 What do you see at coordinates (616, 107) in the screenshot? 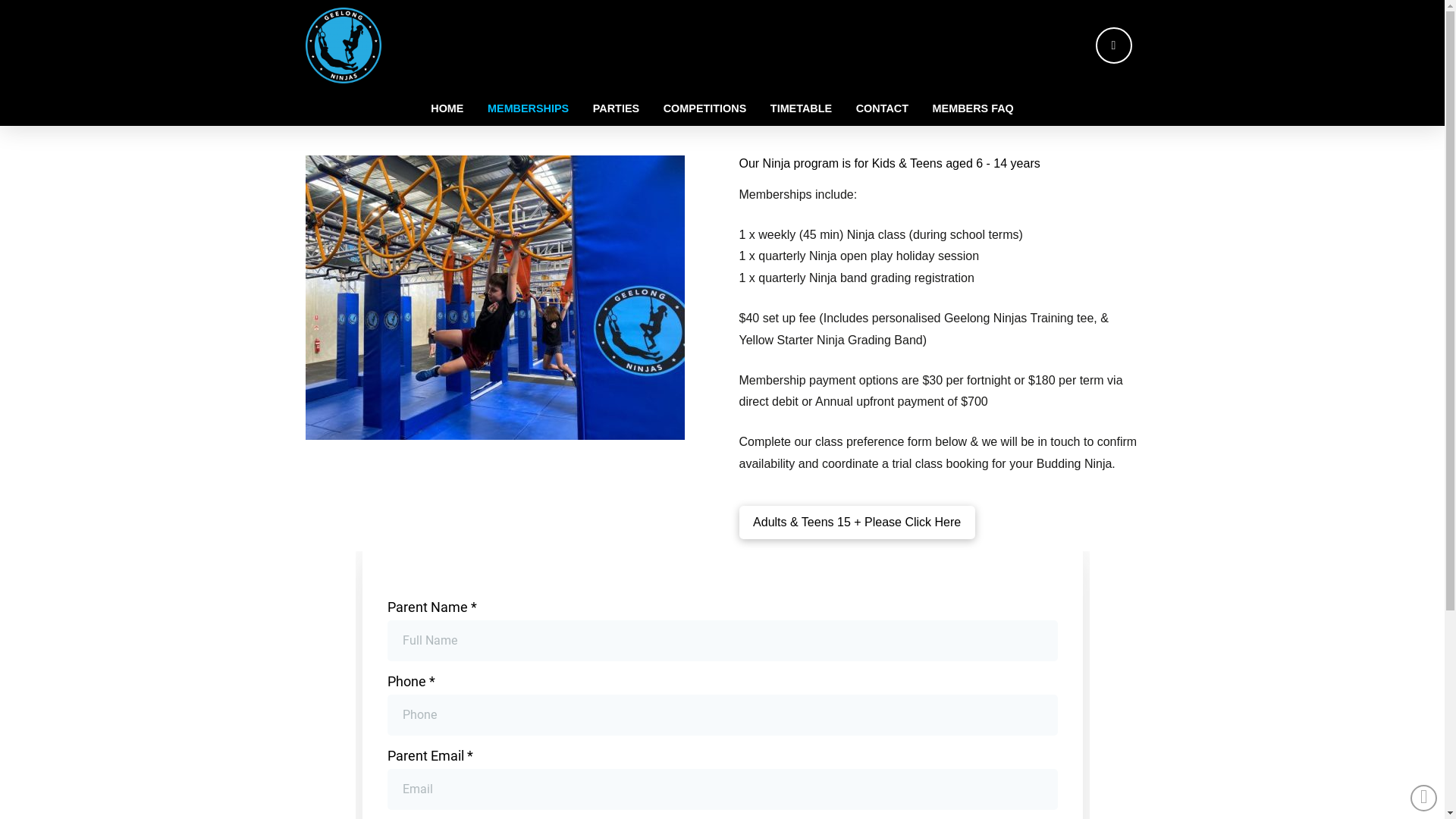
I see `'PARTIES'` at bounding box center [616, 107].